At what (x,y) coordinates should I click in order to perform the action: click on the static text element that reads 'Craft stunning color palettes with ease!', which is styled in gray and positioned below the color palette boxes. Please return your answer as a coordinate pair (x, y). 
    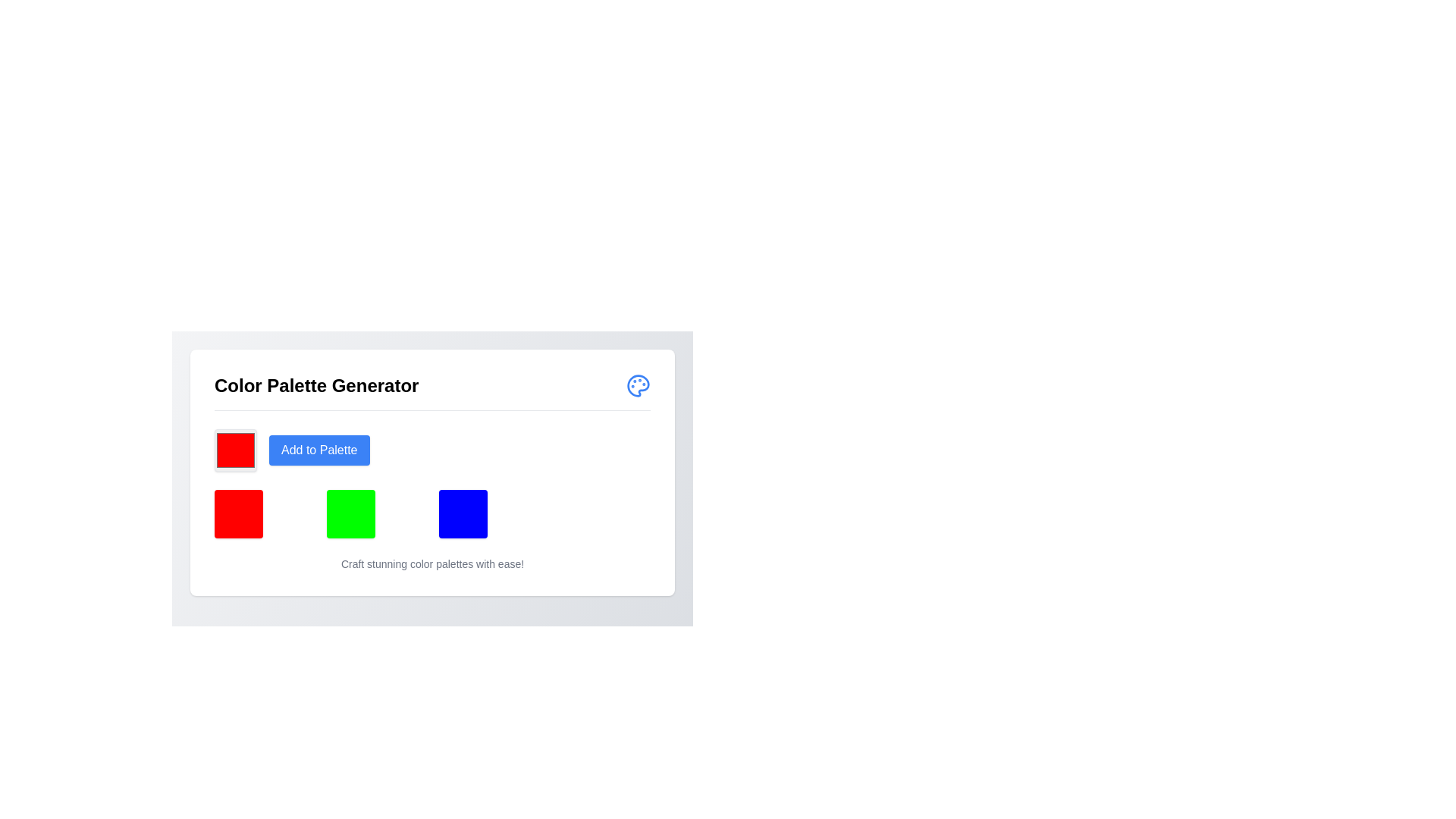
    Looking at the image, I should click on (431, 564).